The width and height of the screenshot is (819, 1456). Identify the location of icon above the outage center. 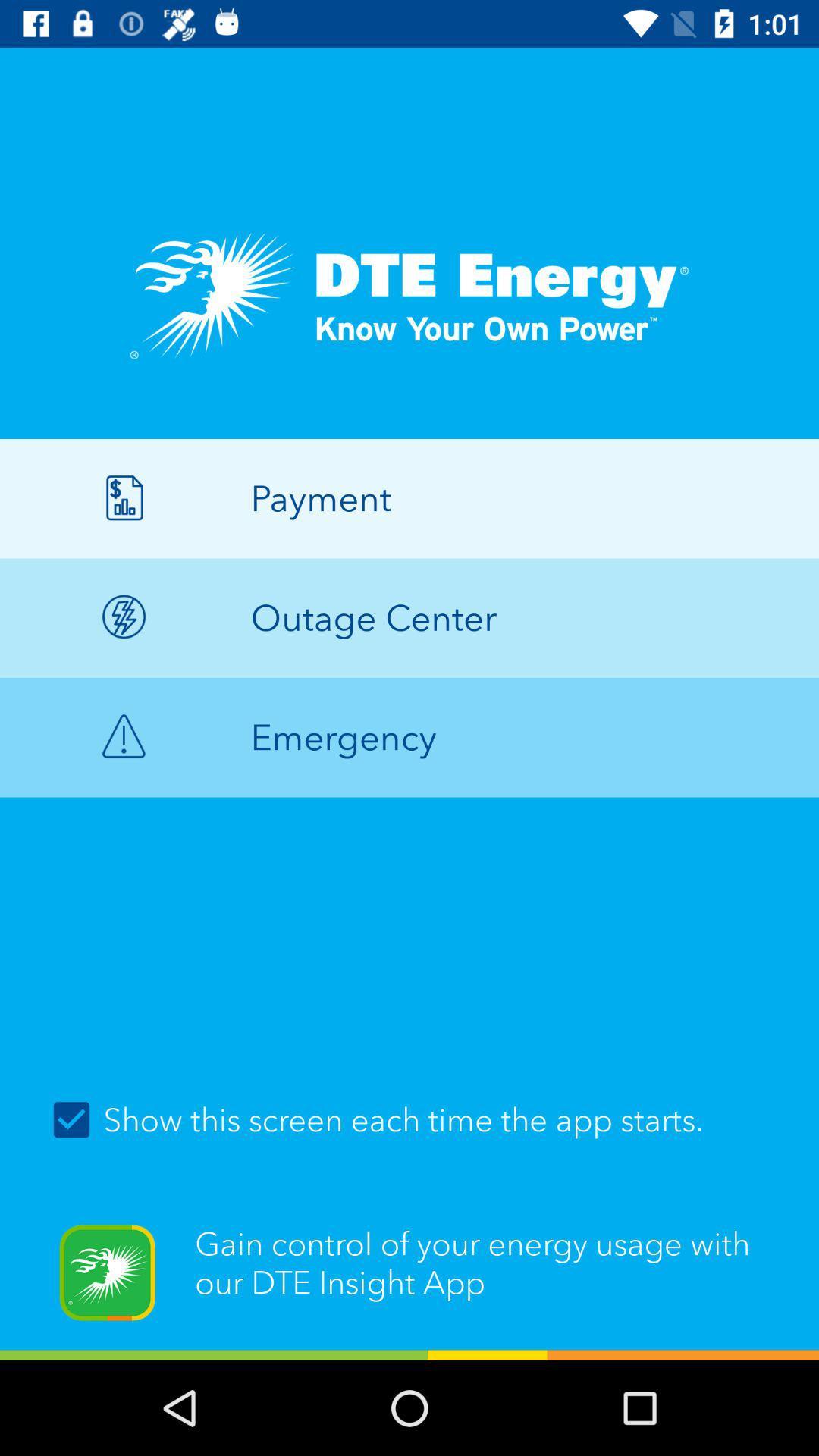
(409, 498).